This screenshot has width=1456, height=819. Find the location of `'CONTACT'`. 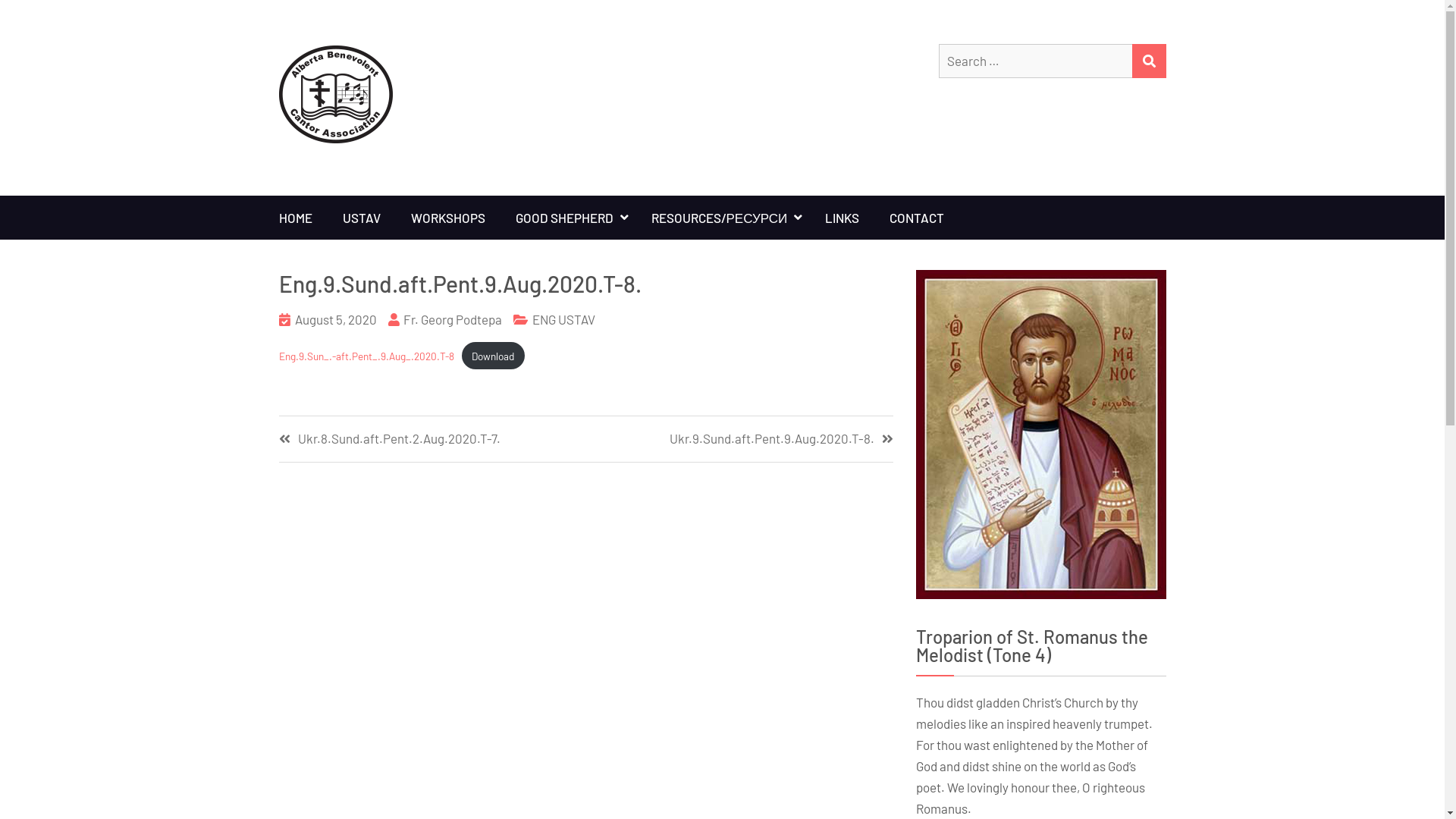

'CONTACT' is located at coordinates (916, 217).